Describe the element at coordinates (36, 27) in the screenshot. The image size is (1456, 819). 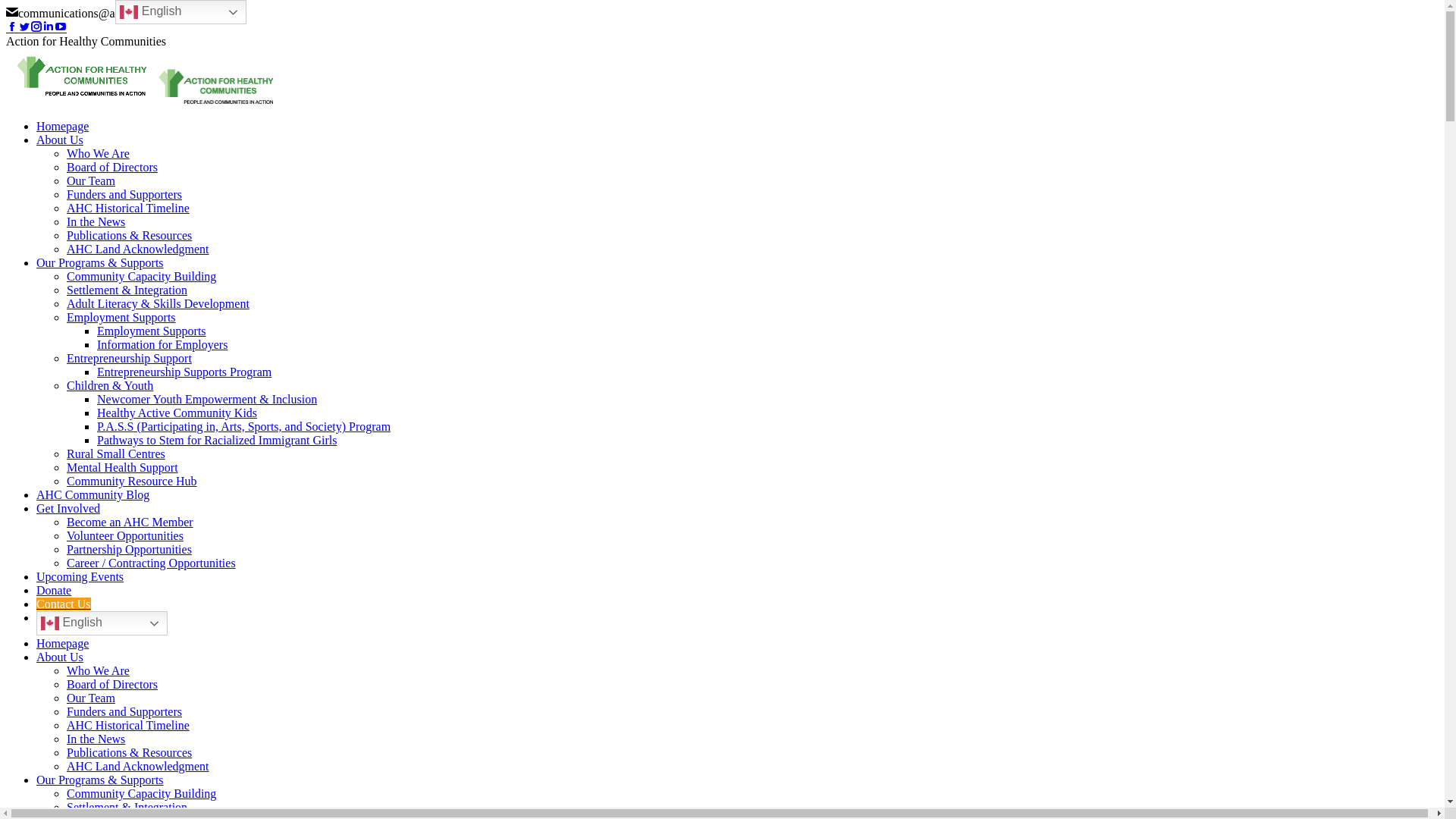
I see `'Instagram page opens in new window'` at that location.